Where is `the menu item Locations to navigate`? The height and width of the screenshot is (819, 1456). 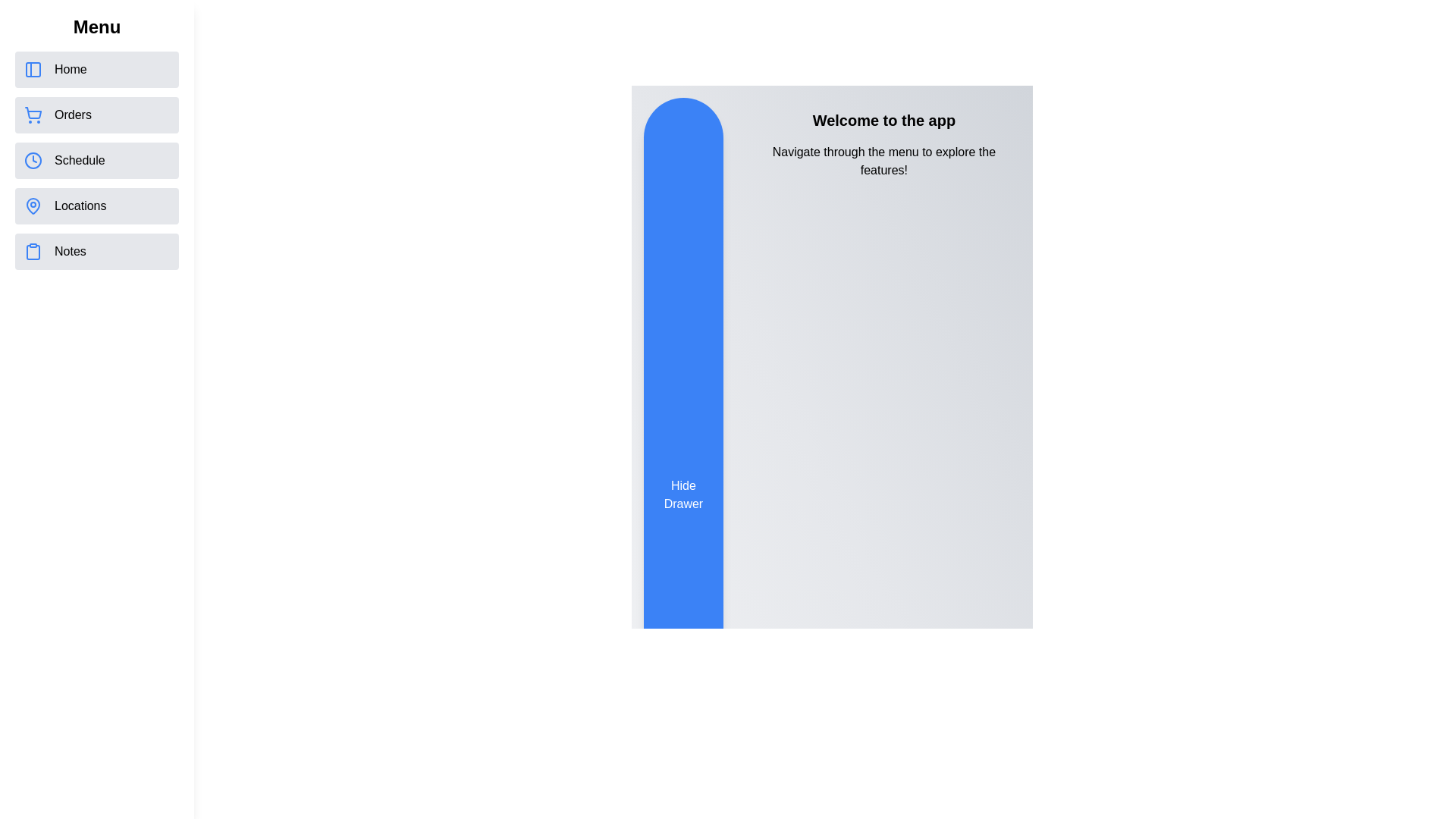
the menu item Locations to navigate is located at coordinates (96, 206).